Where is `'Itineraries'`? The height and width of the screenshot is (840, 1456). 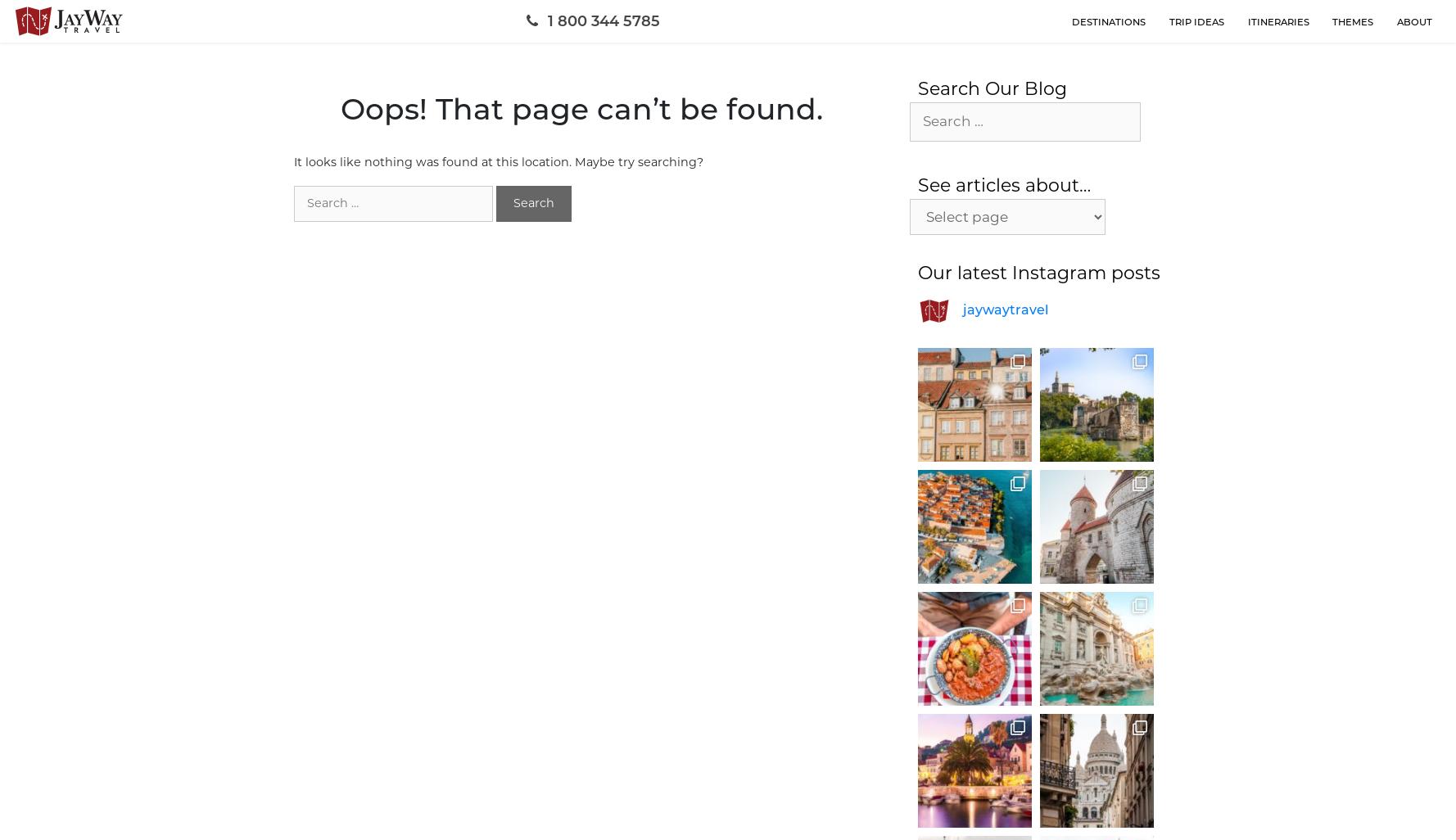 'Itineraries' is located at coordinates (1277, 20).